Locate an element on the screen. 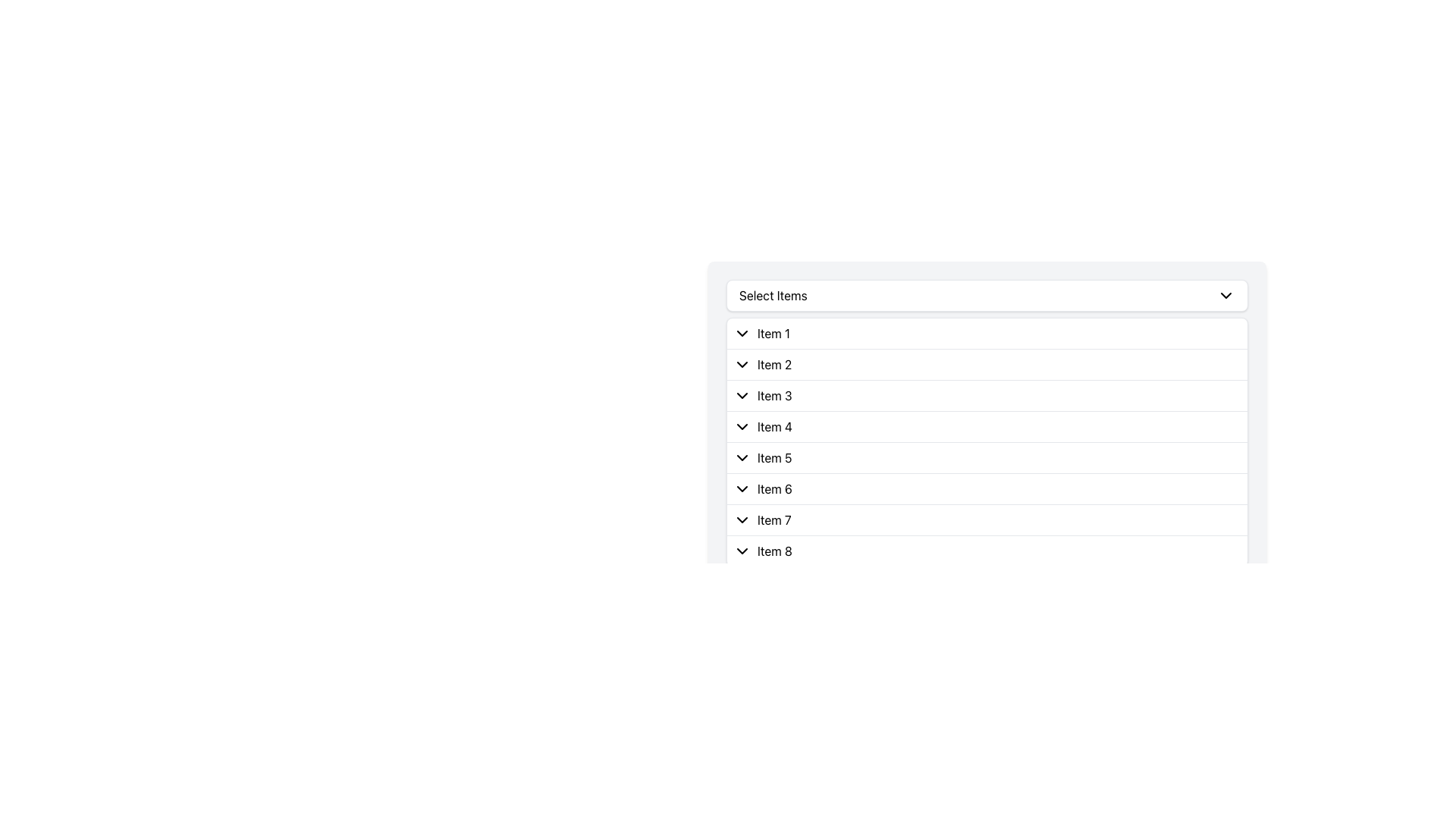  the List item with the text 'Item 4' and the downward-pointing chevron icon is located at coordinates (762, 427).